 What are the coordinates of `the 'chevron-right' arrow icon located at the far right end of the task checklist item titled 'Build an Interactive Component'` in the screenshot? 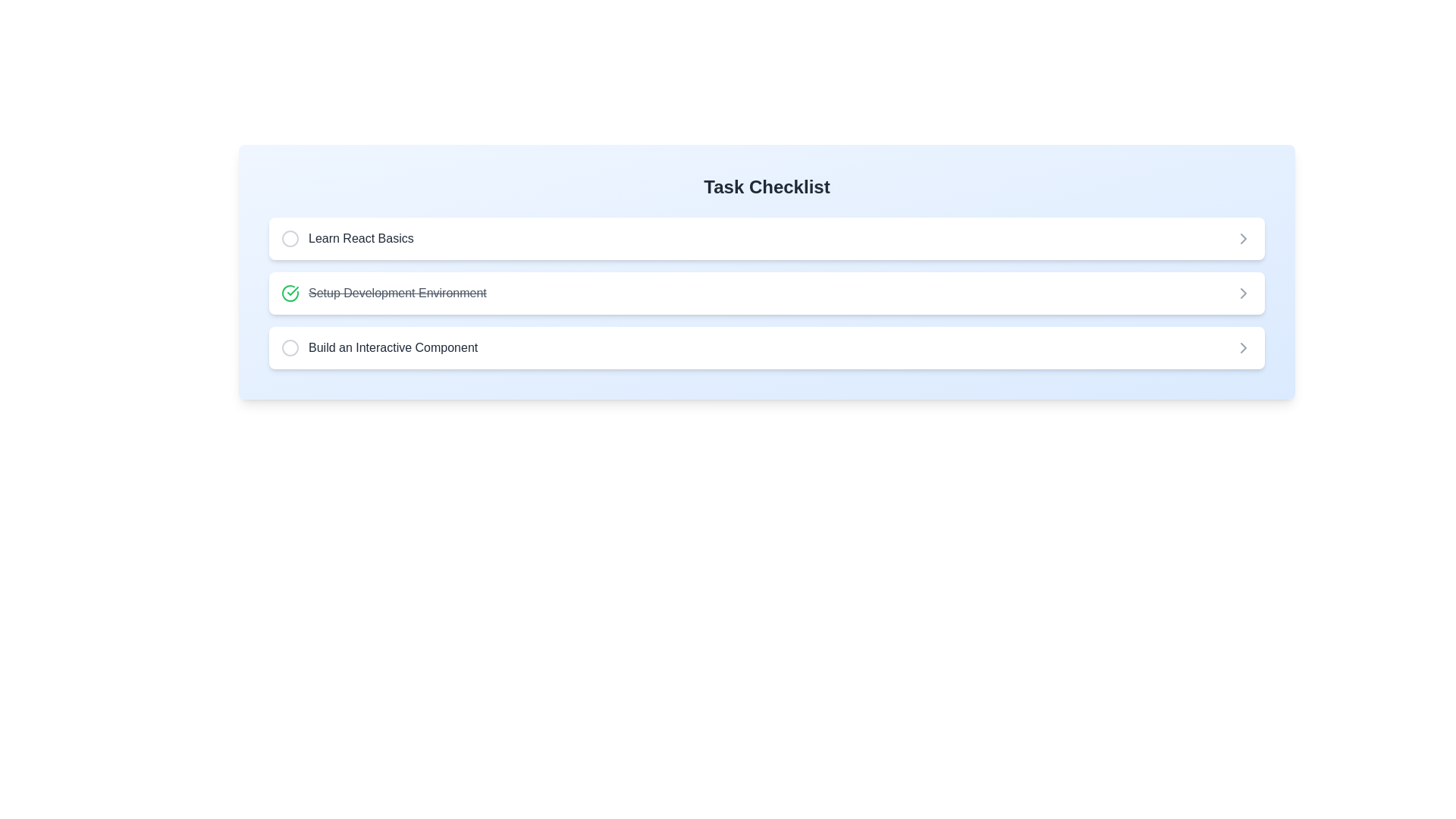 It's located at (1244, 348).